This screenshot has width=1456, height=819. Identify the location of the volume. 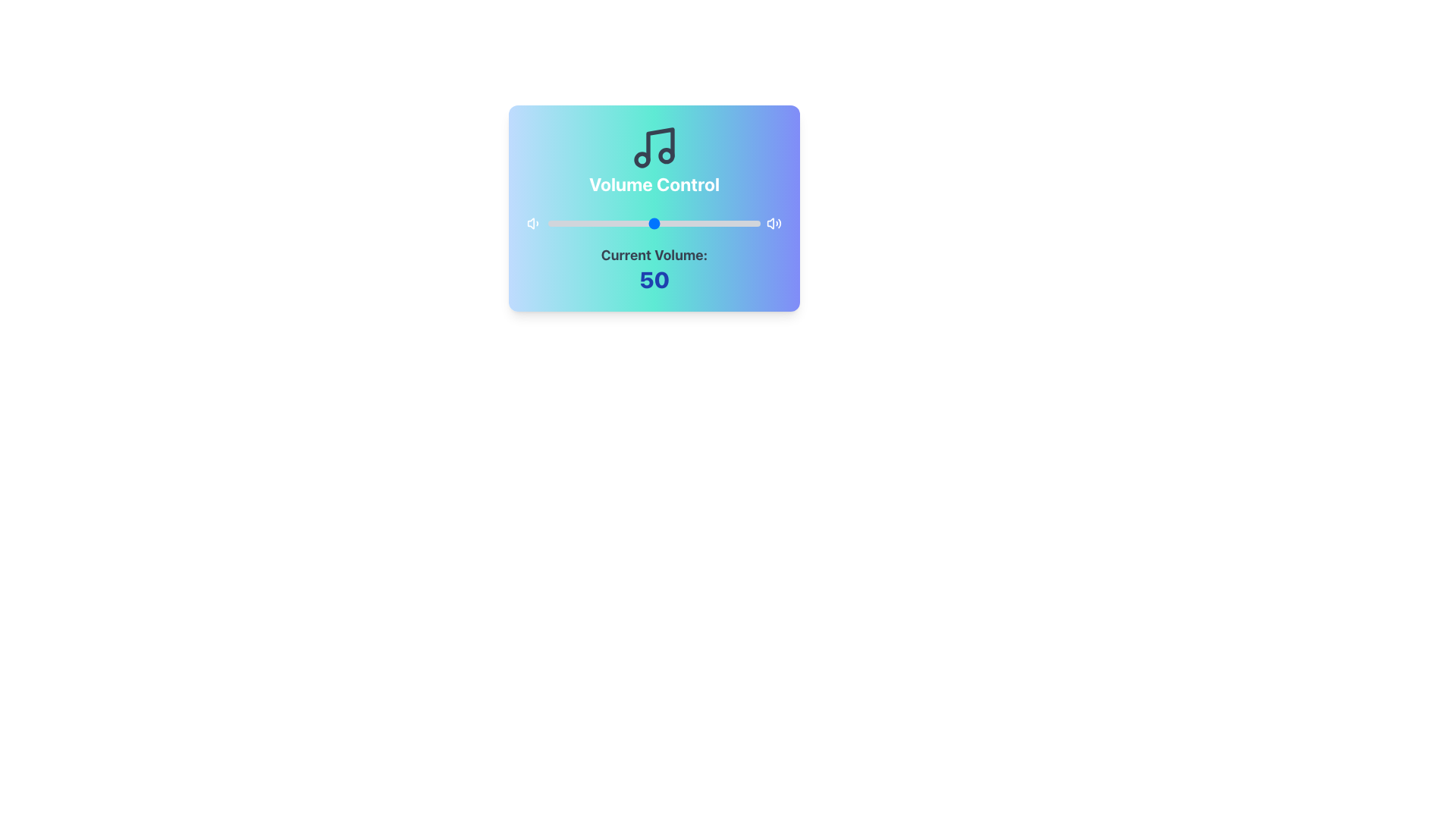
(743, 223).